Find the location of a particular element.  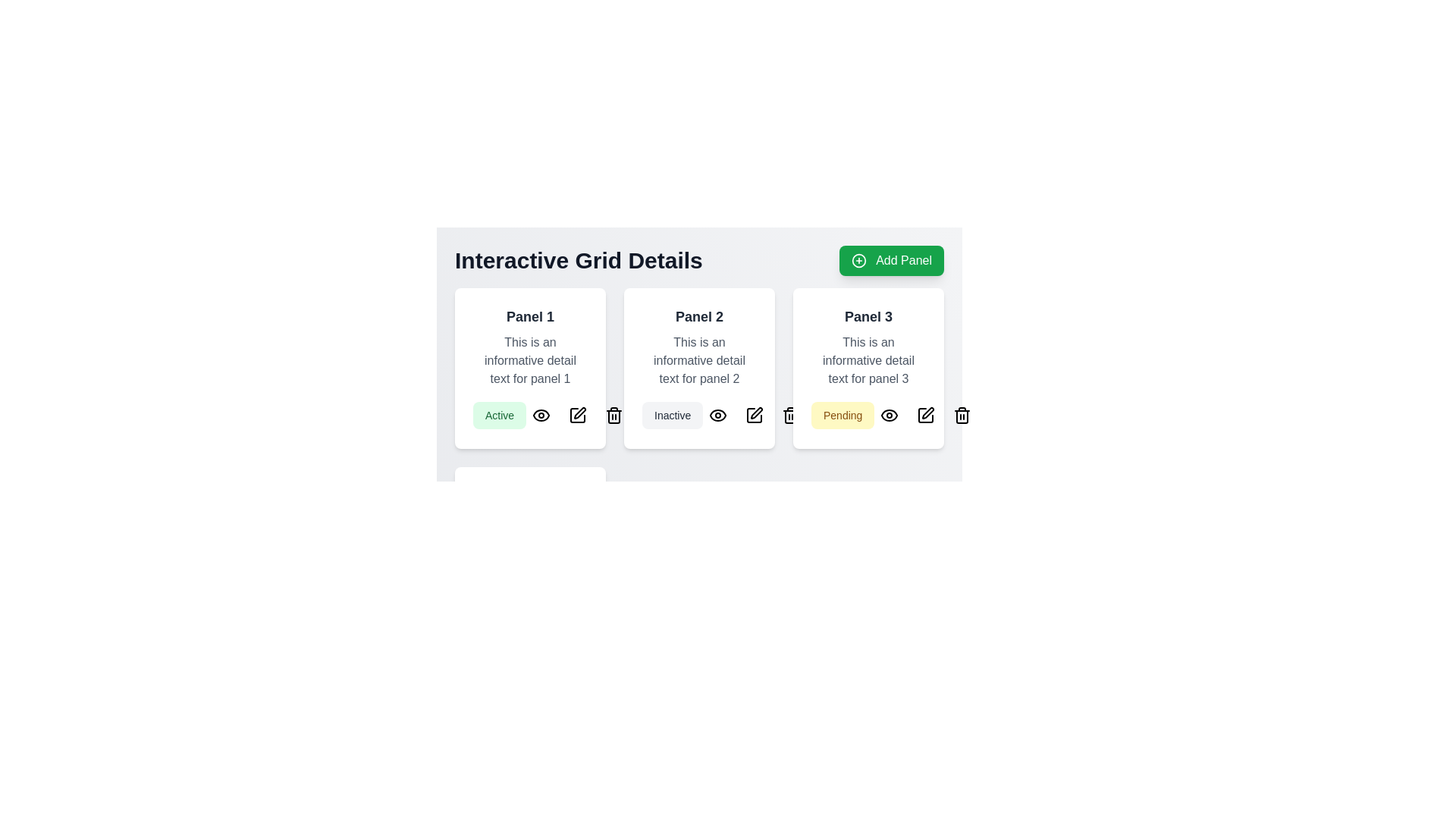

the trash can icon located at the far right of the action buttons group below the 'Panel 3' card is located at coordinates (962, 417).